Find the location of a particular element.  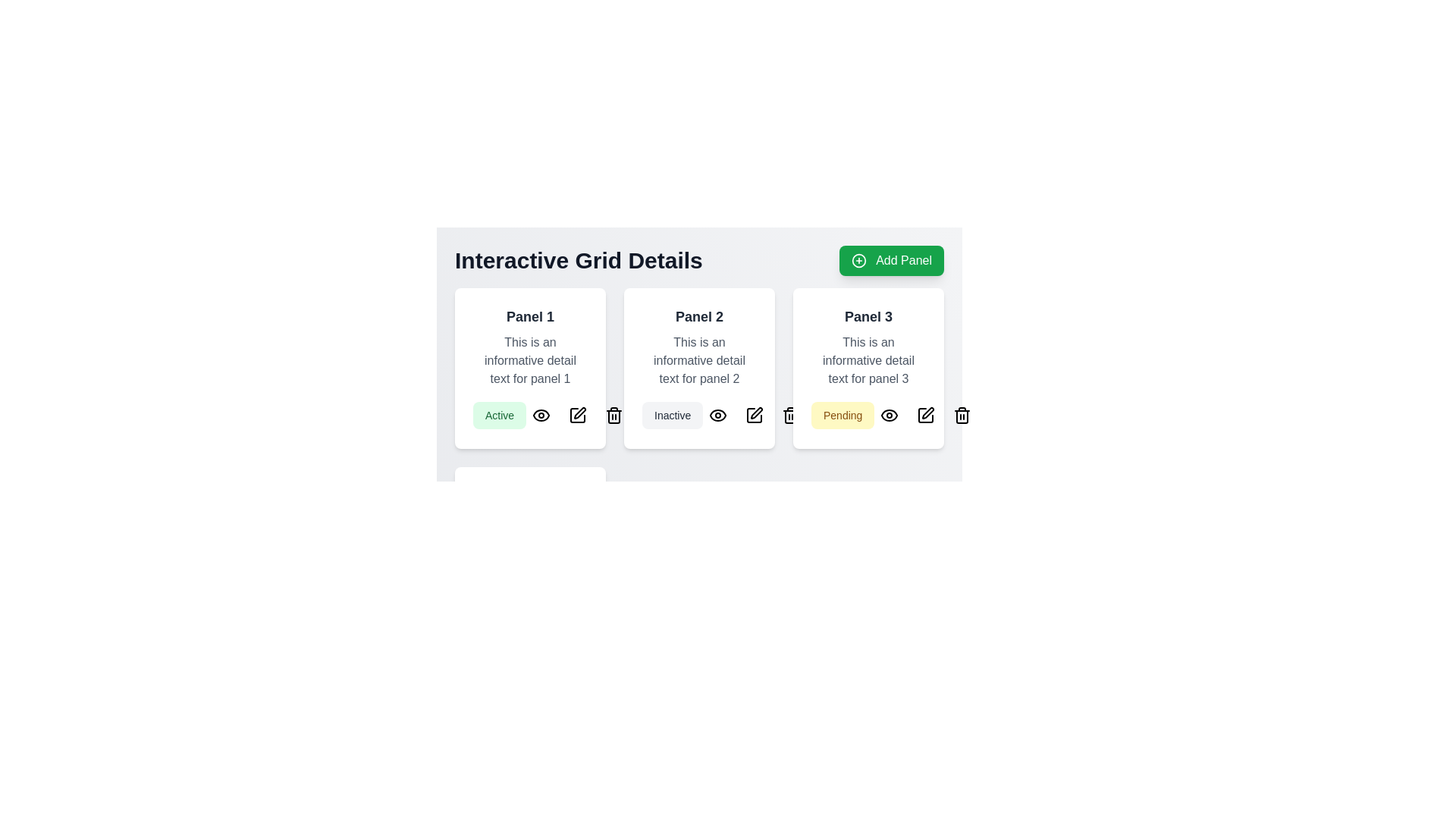

the trash can icon located at the far right of the action buttons group below the 'Panel 3' card is located at coordinates (962, 417).